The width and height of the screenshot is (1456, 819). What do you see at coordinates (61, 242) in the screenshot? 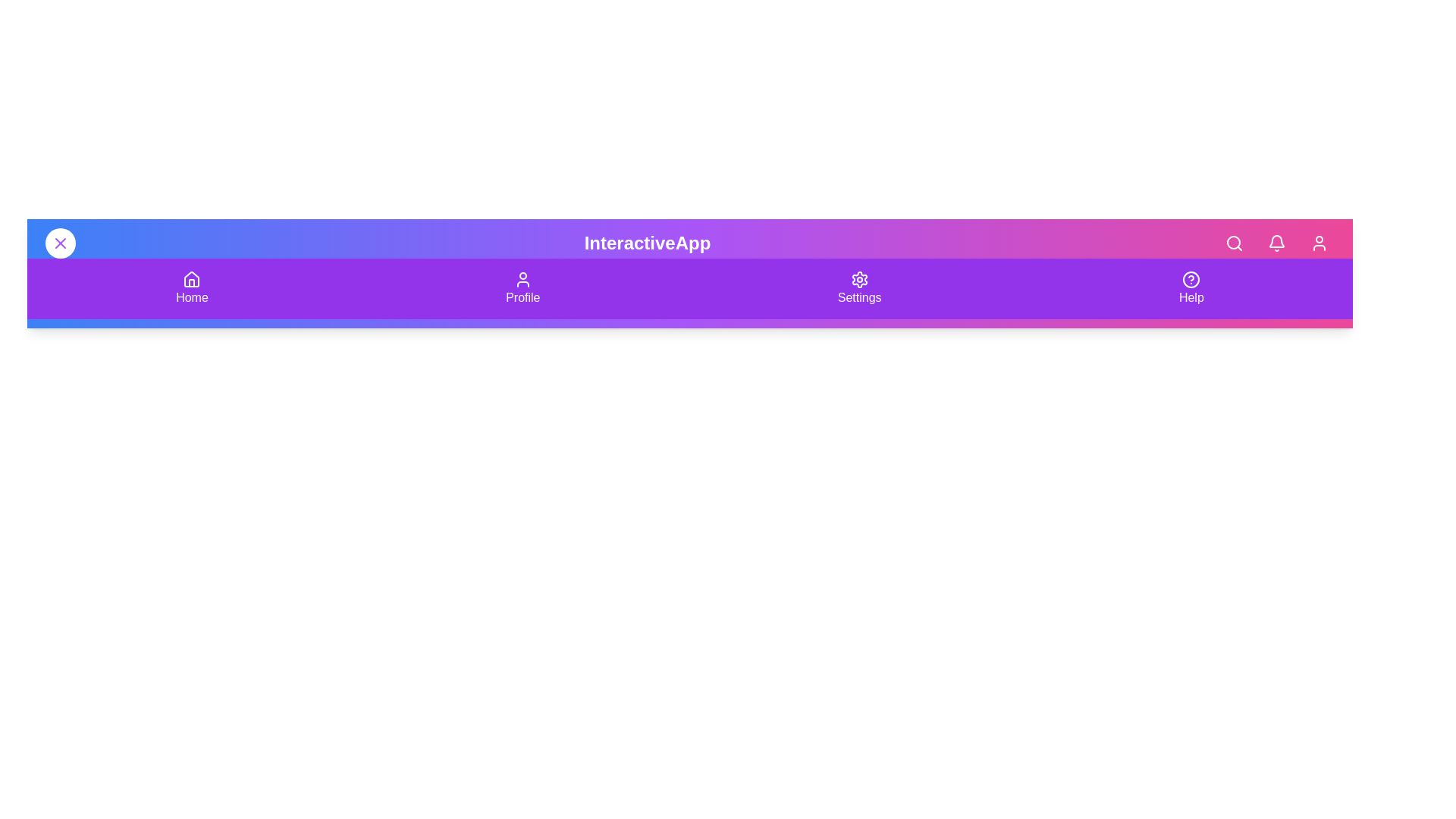
I see `the menu toggle button to toggle the menu visibility` at bounding box center [61, 242].